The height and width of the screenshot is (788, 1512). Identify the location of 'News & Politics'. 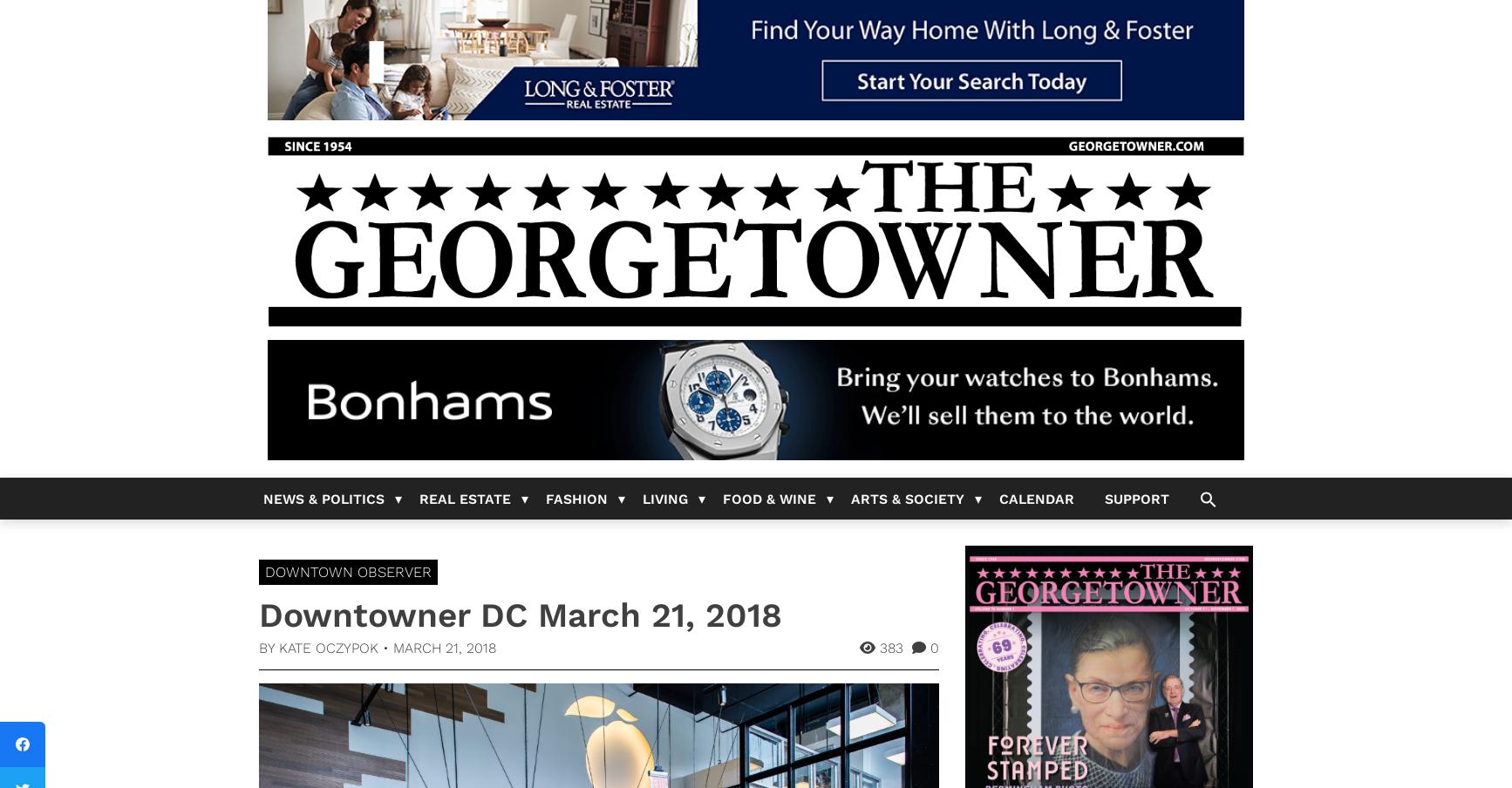
(324, 498).